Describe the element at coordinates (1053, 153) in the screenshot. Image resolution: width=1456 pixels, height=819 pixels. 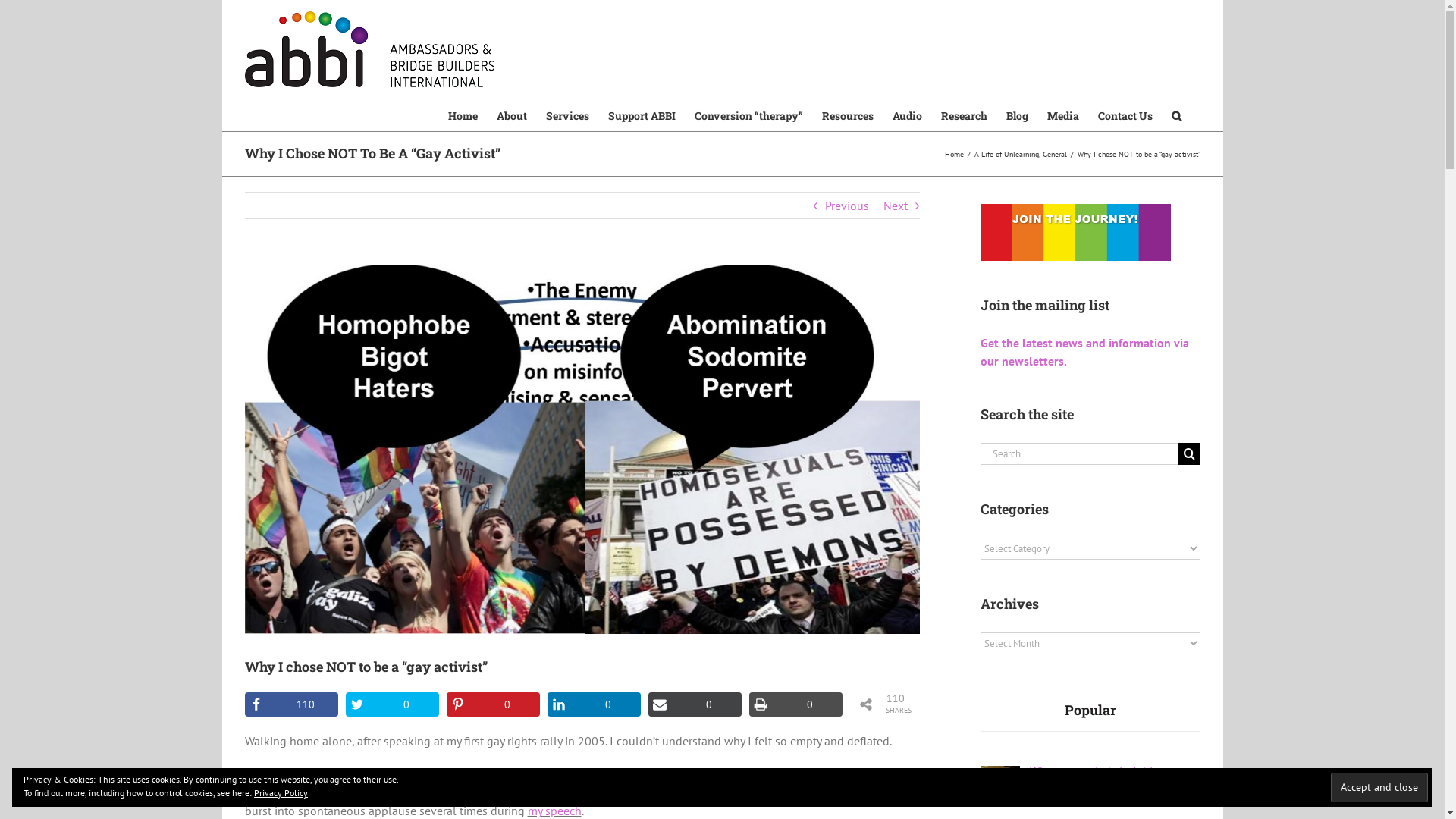
I see `'General'` at that location.